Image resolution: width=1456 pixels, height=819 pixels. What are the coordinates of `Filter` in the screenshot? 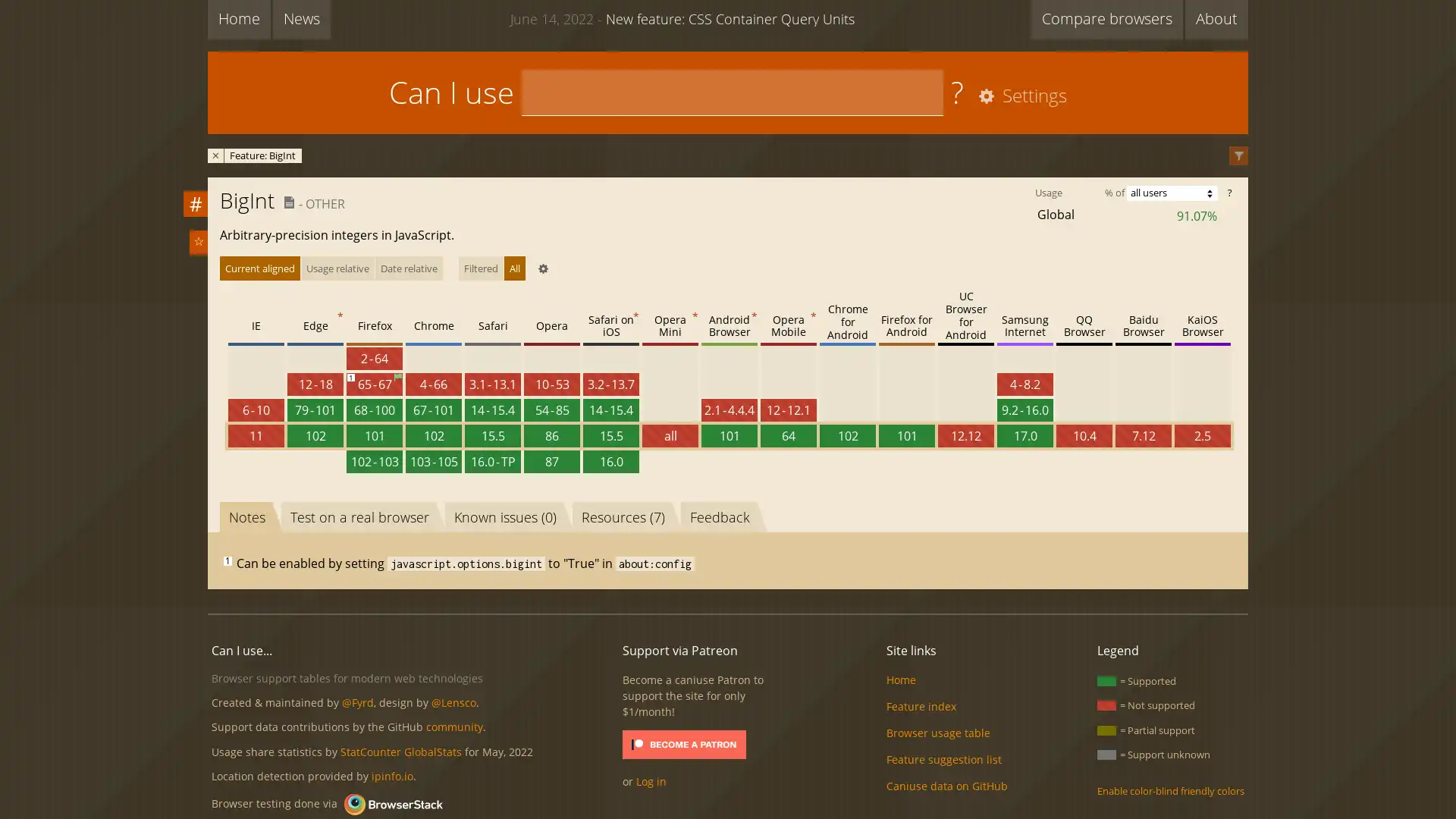 It's located at (1238, 155).